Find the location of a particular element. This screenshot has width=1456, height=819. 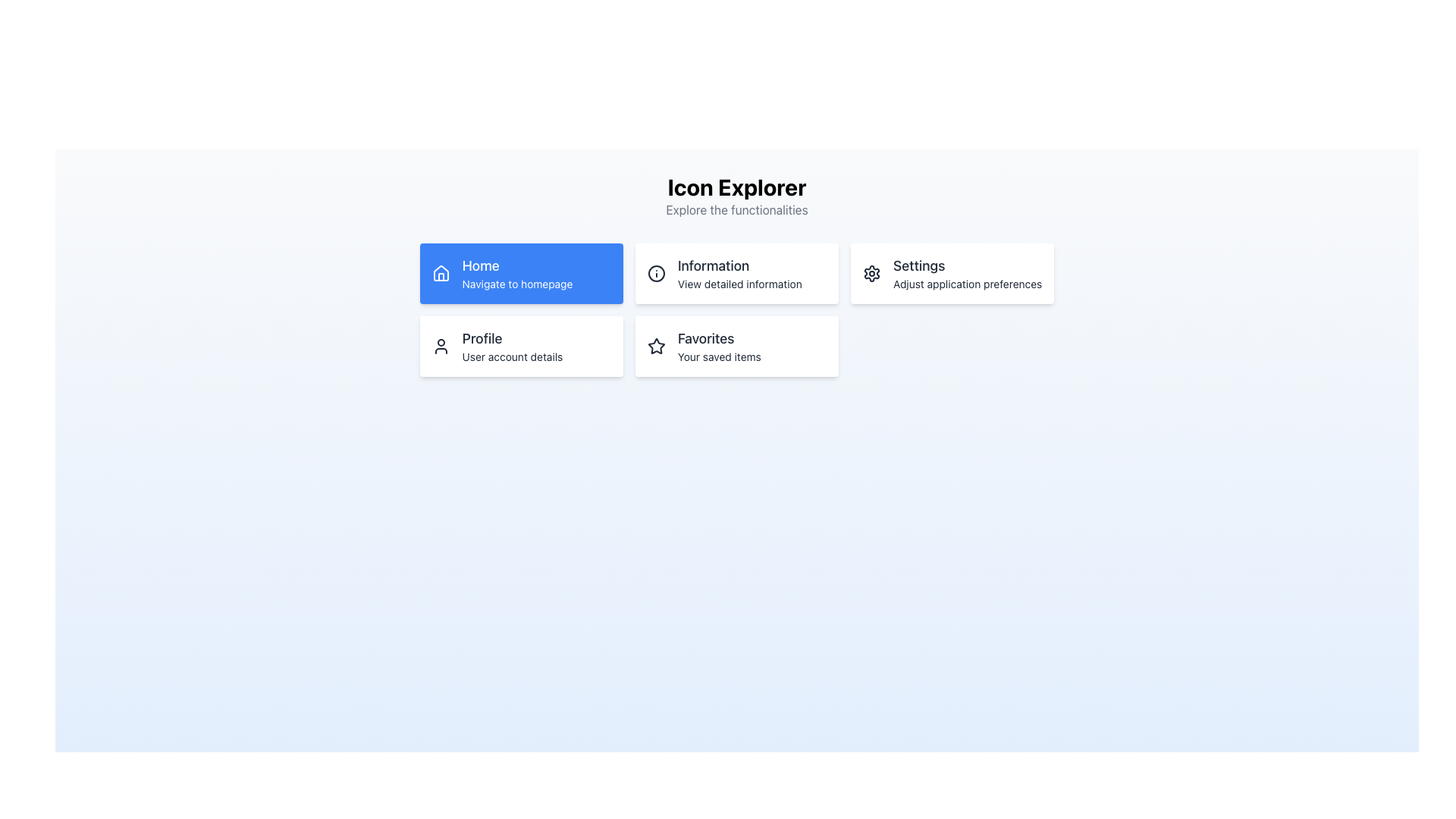

the 'Favorites' text label, which is the title header for an associated UI section, positioned above the text 'Your saved items' in a card layout is located at coordinates (718, 338).